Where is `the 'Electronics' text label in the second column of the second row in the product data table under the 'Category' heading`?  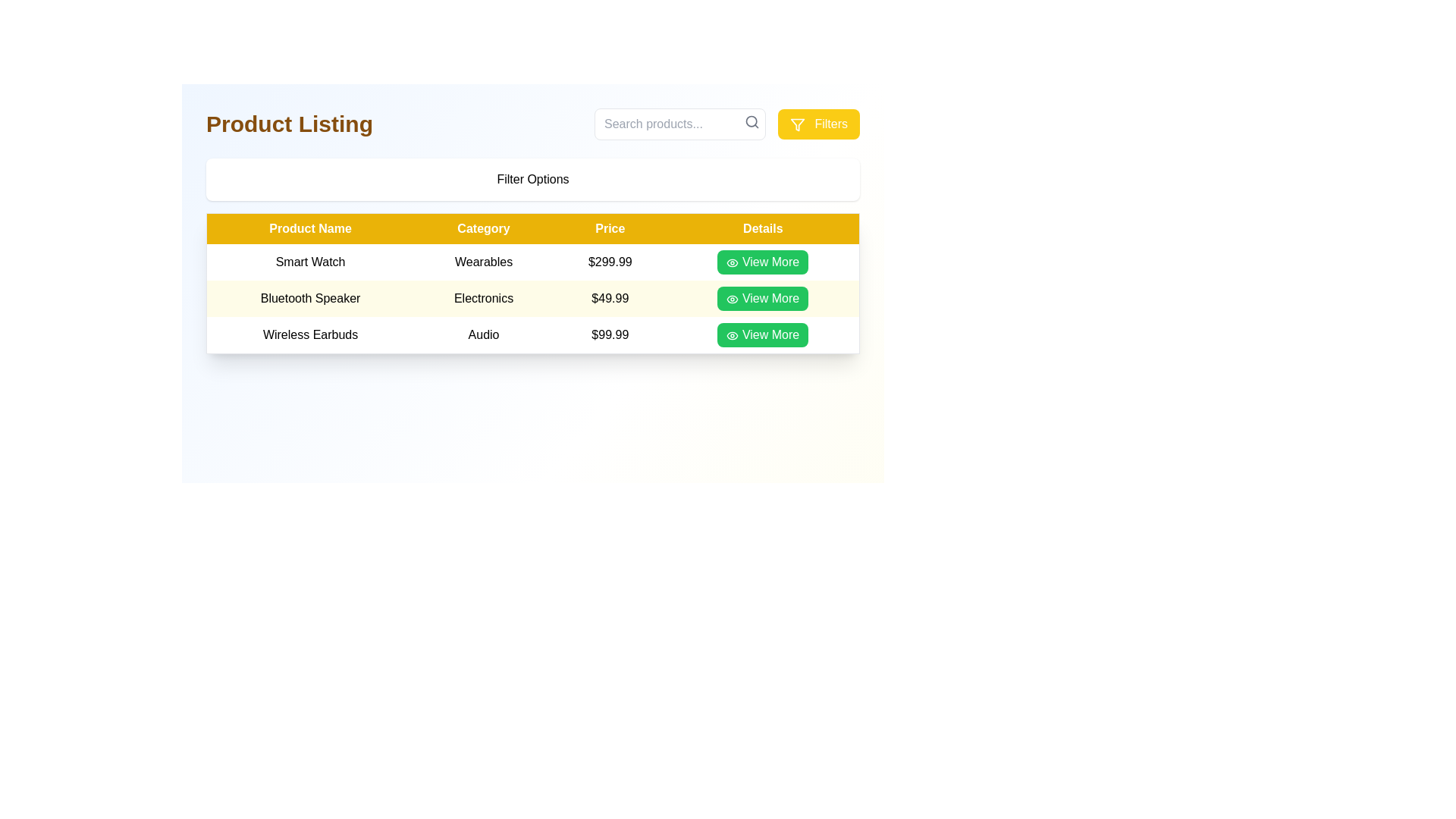 the 'Electronics' text label in the second column of the second row in the product data table under the 'Category' heading is located at coordinates (483, 298).